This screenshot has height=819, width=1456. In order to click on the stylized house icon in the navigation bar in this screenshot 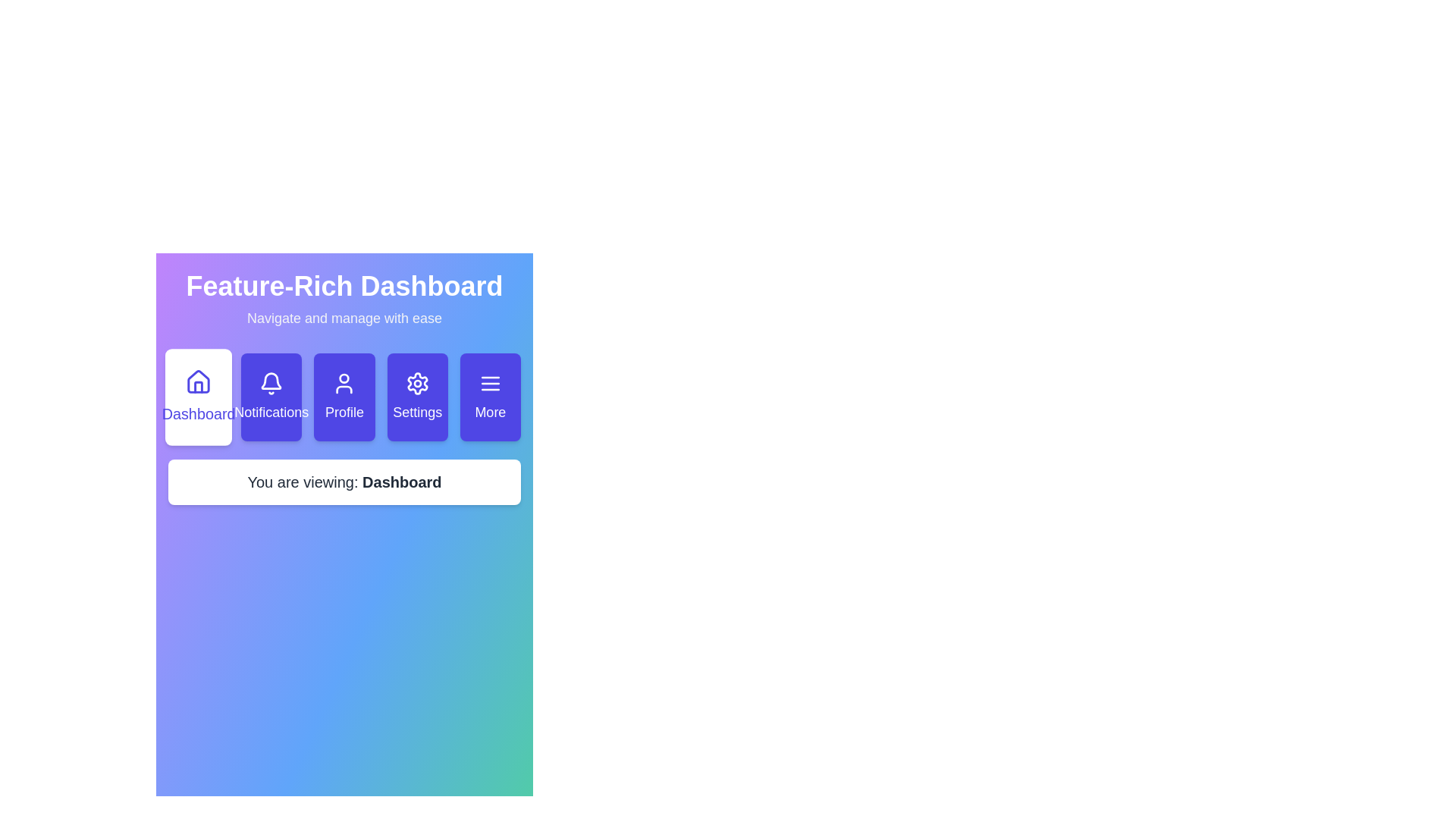, I will do `click(198, 381)`.